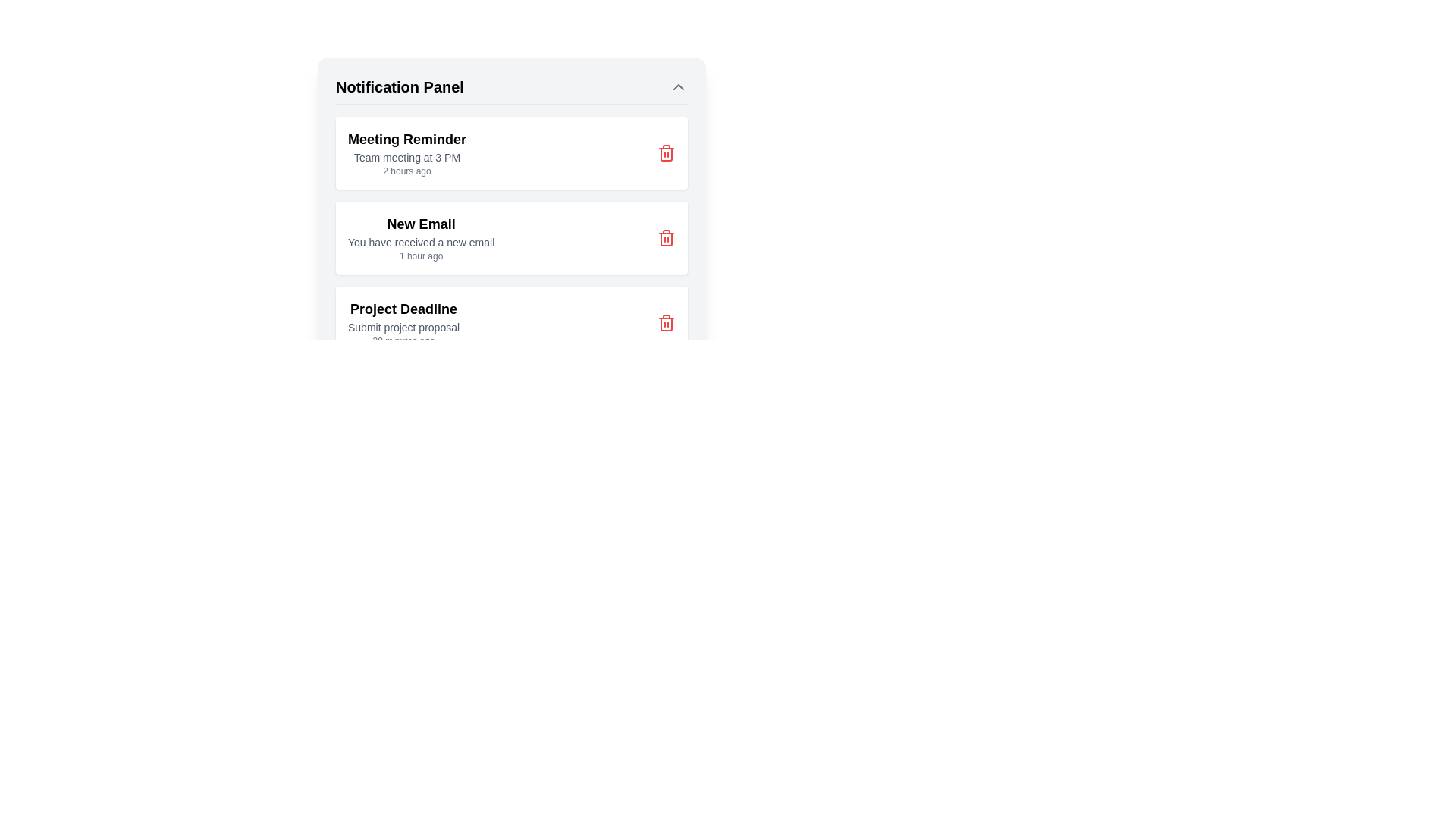  What do you see at coordinates (407, 158) in the screenshot?
I see `informational text located within the 'Meeting Reminder' notification, positioned below the heading and above the subtext` at bounding box center [407, 158].